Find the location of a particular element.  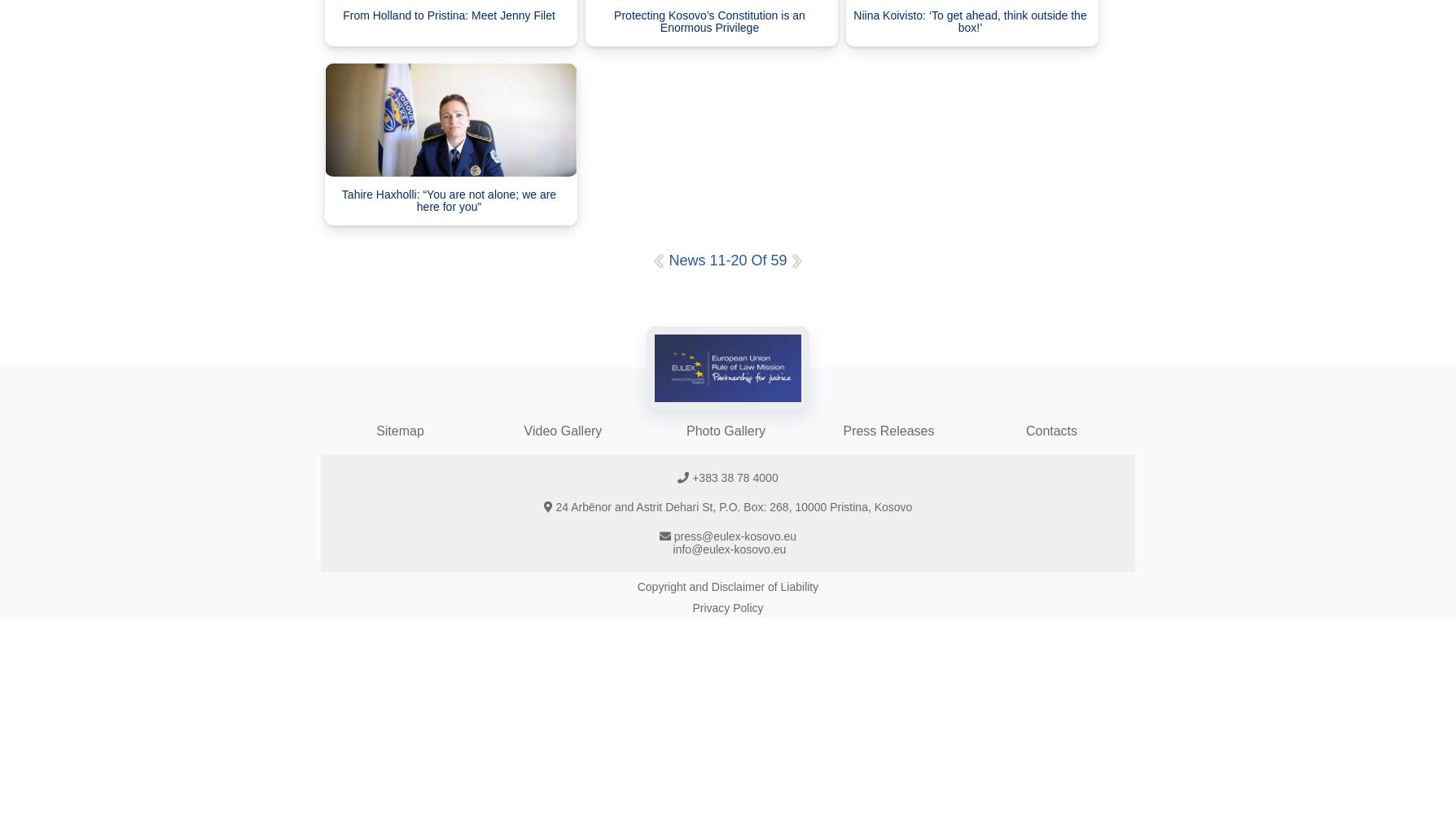

'Sitemap' is located at coordinates (399, 431).